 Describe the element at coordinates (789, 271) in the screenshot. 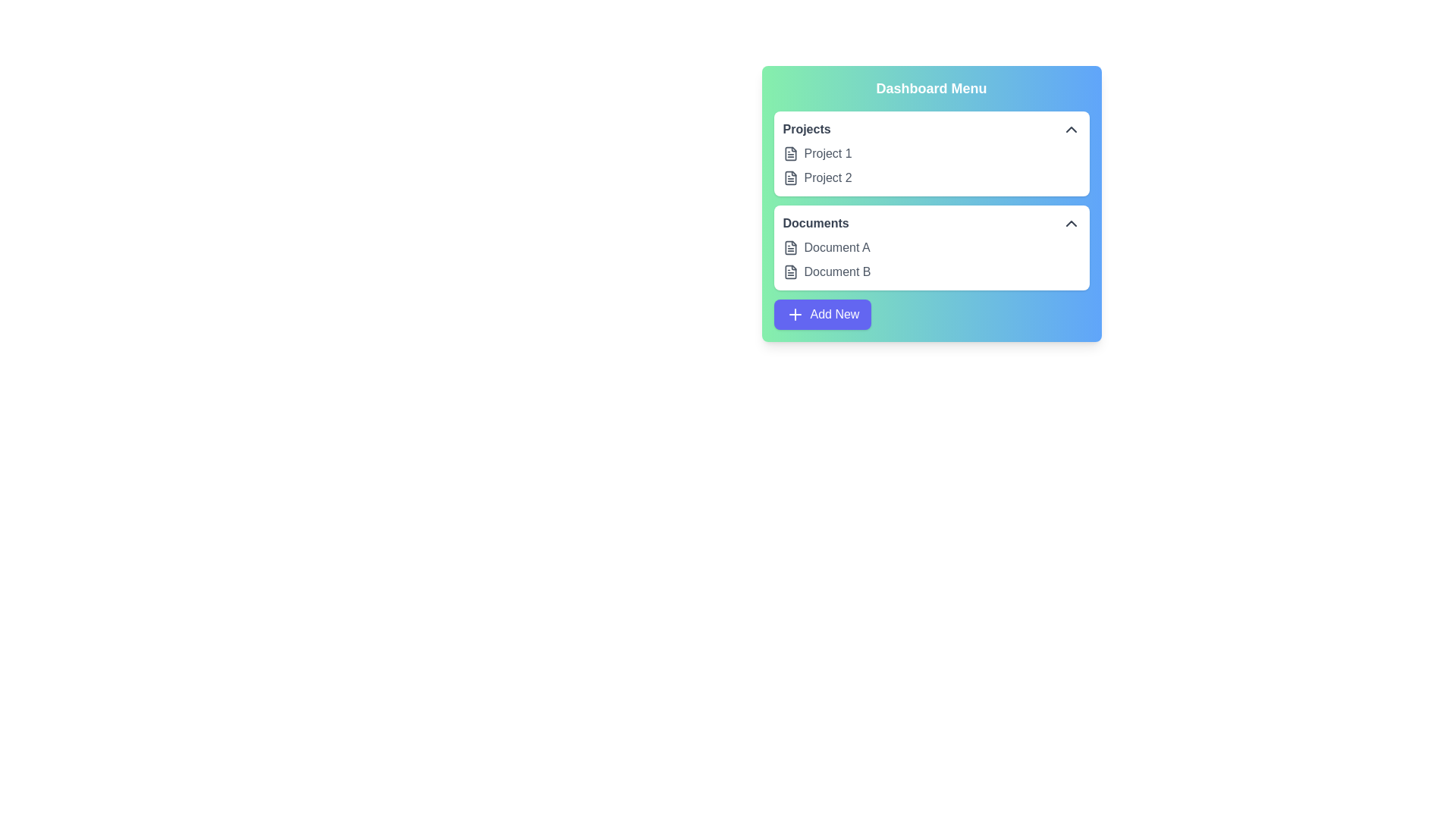

I see `the file named Document B in the list` at that location.